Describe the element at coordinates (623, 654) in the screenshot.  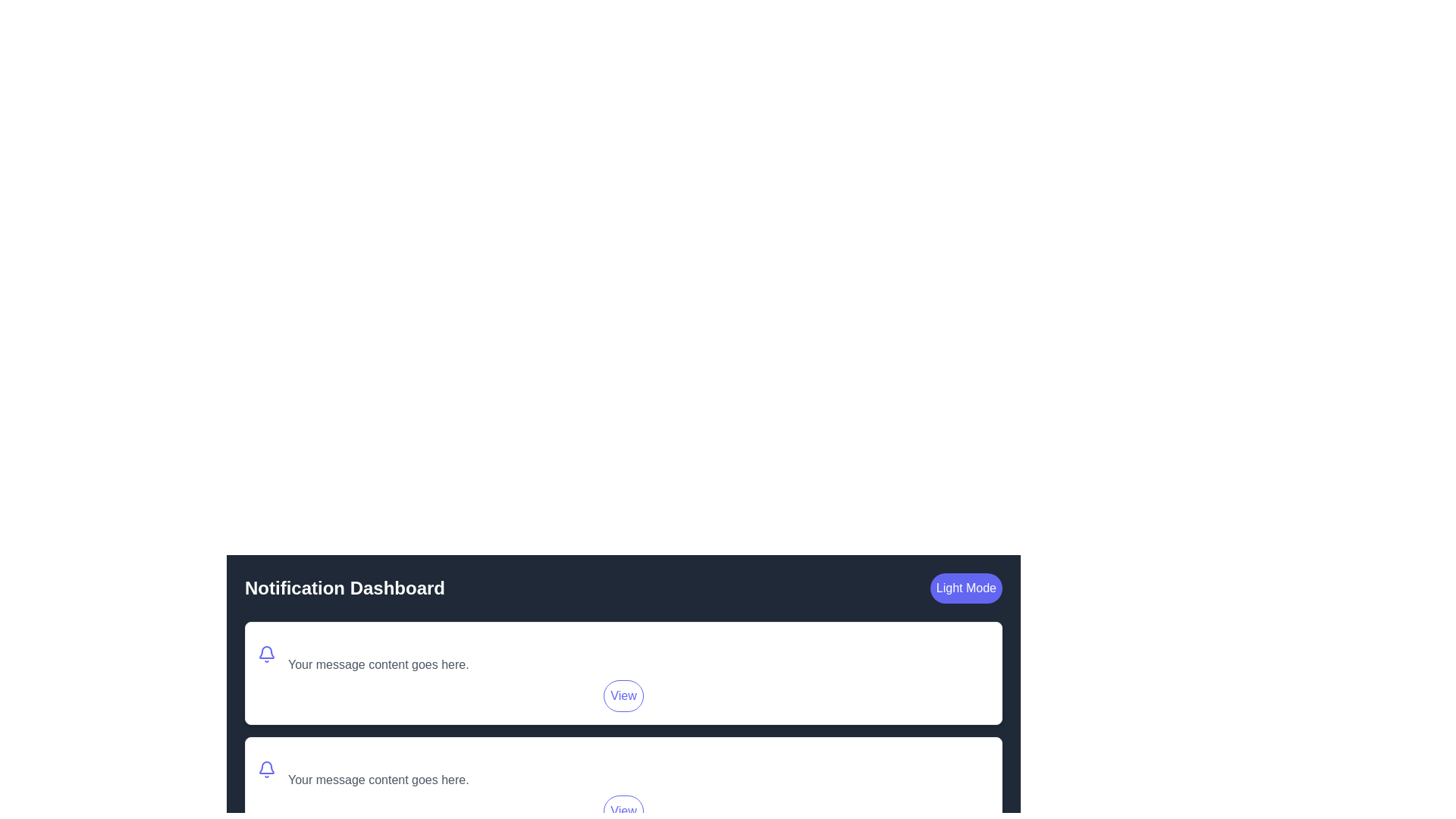
I see `the notification list item located within the first notification card under the title 'Notification Dashboard', which is to the left and center-aligned relative to the 'View' button` at that location.